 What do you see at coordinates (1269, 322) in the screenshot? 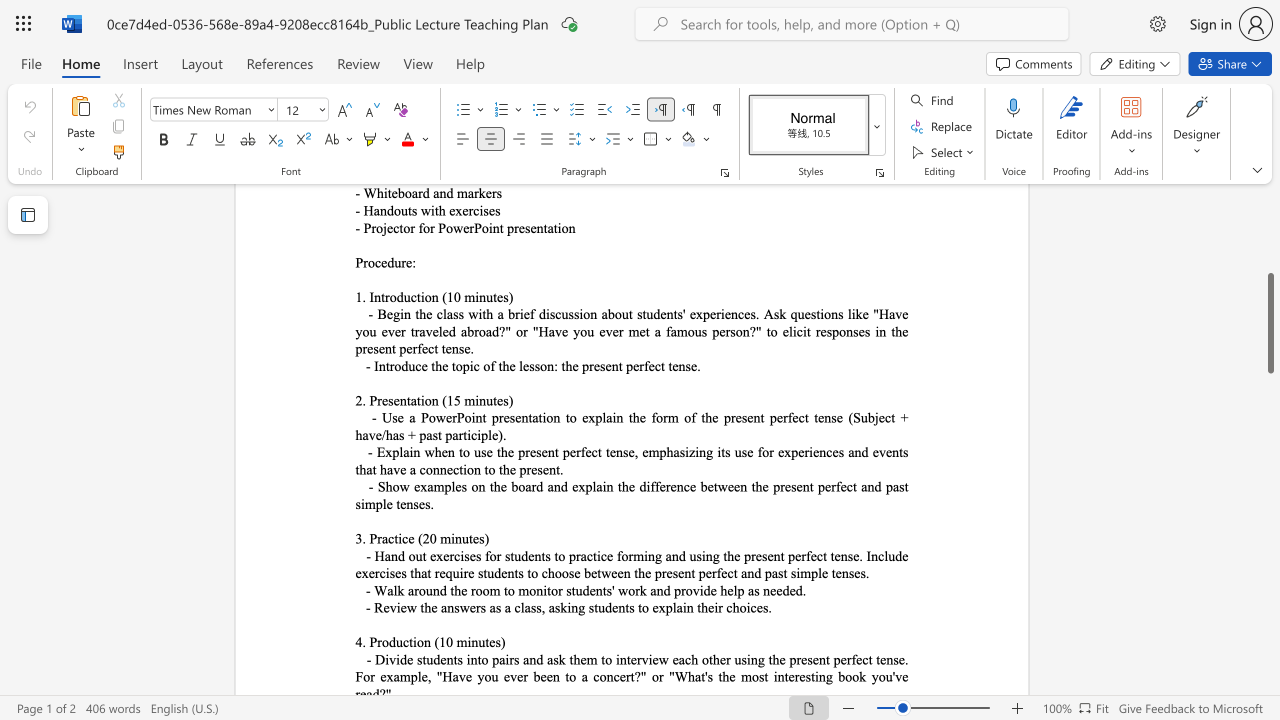
I see `the scrollbar and move down 460 pixels` at bounding box center [1269, 322].